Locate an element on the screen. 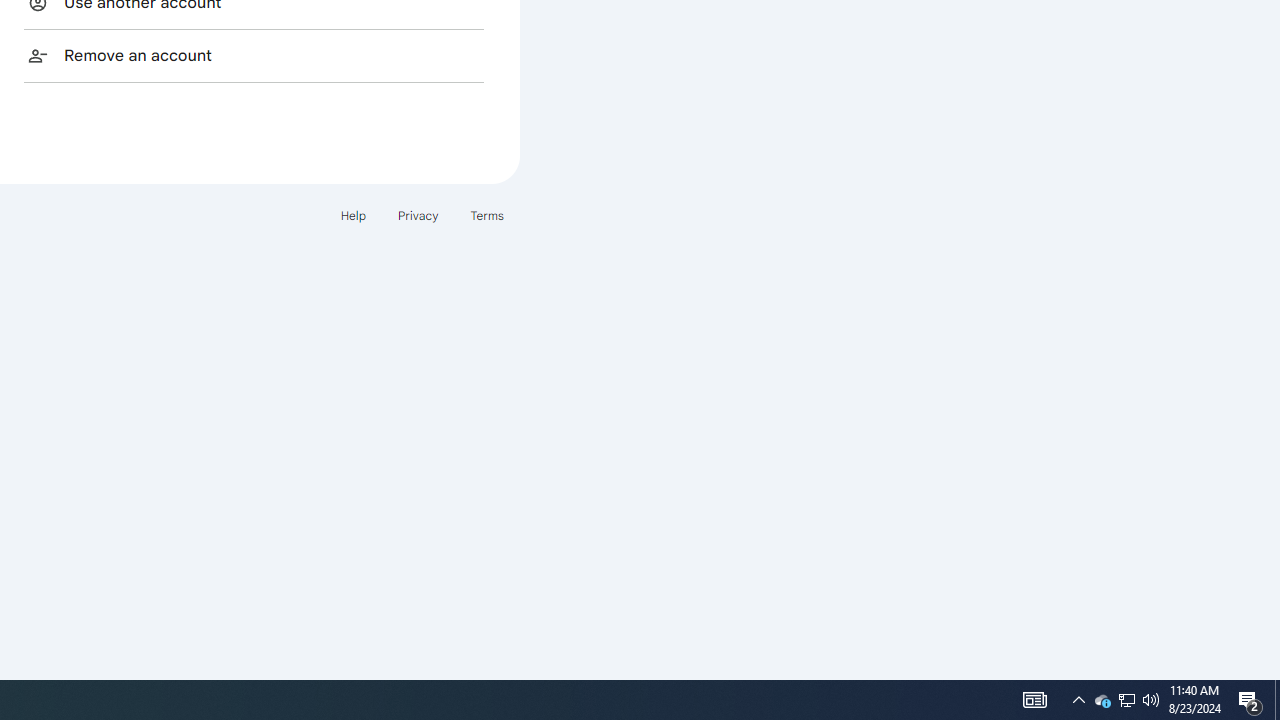  'Terms' is located at coordinates (487, 215).